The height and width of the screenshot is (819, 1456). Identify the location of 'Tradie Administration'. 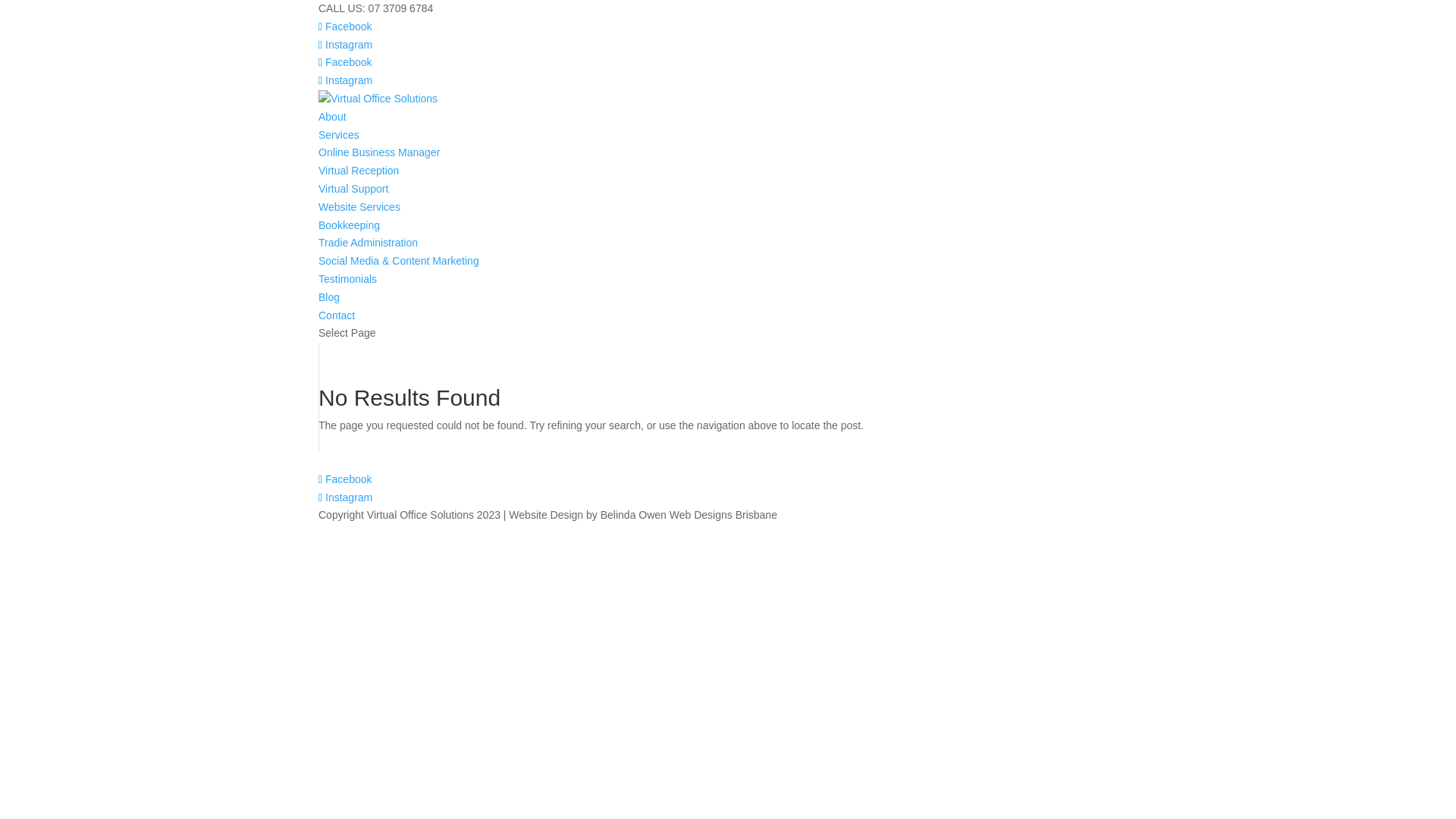
(318, 242).